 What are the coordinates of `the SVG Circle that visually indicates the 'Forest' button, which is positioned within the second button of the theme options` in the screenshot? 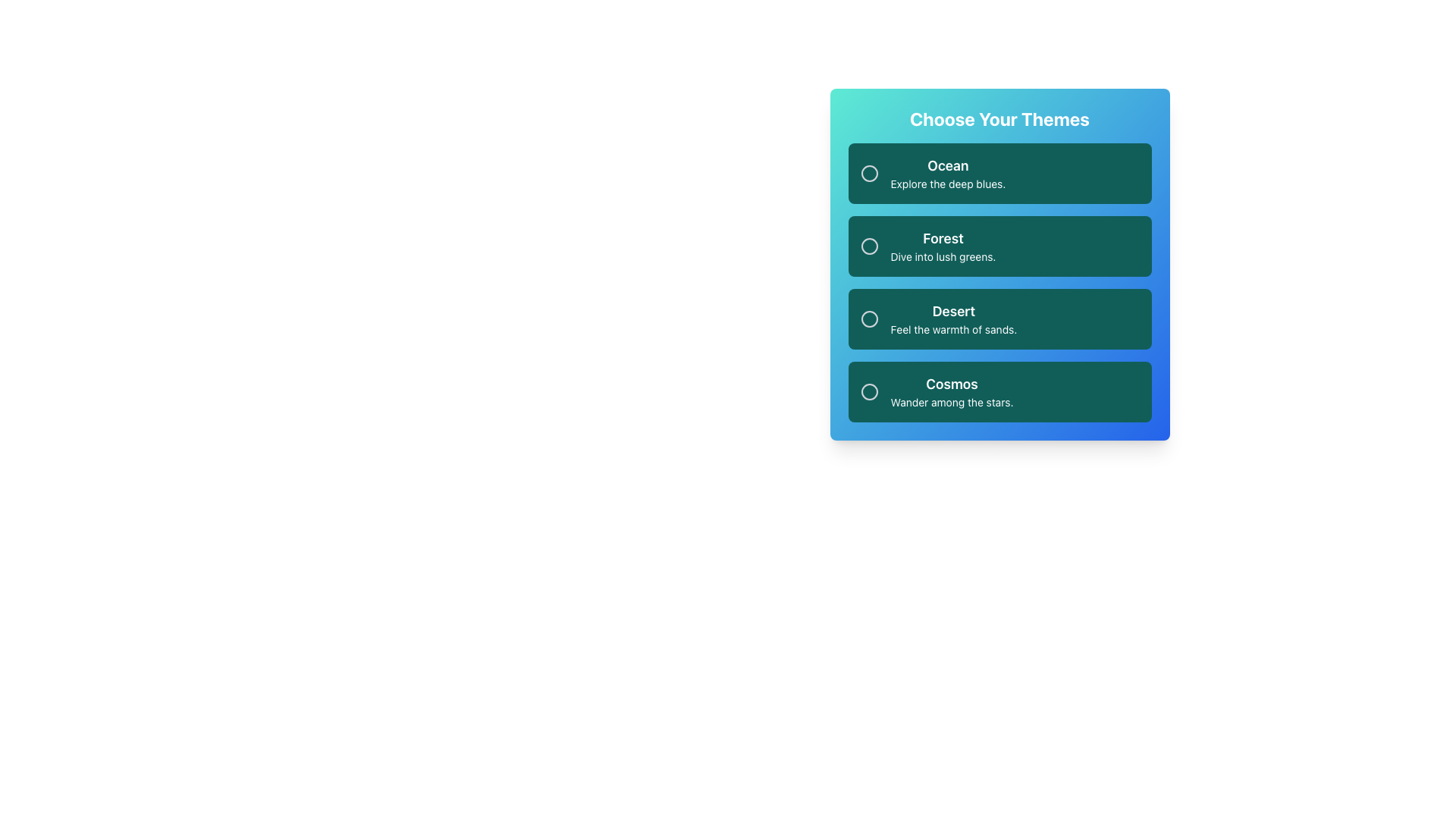 It's located at (869, 245).